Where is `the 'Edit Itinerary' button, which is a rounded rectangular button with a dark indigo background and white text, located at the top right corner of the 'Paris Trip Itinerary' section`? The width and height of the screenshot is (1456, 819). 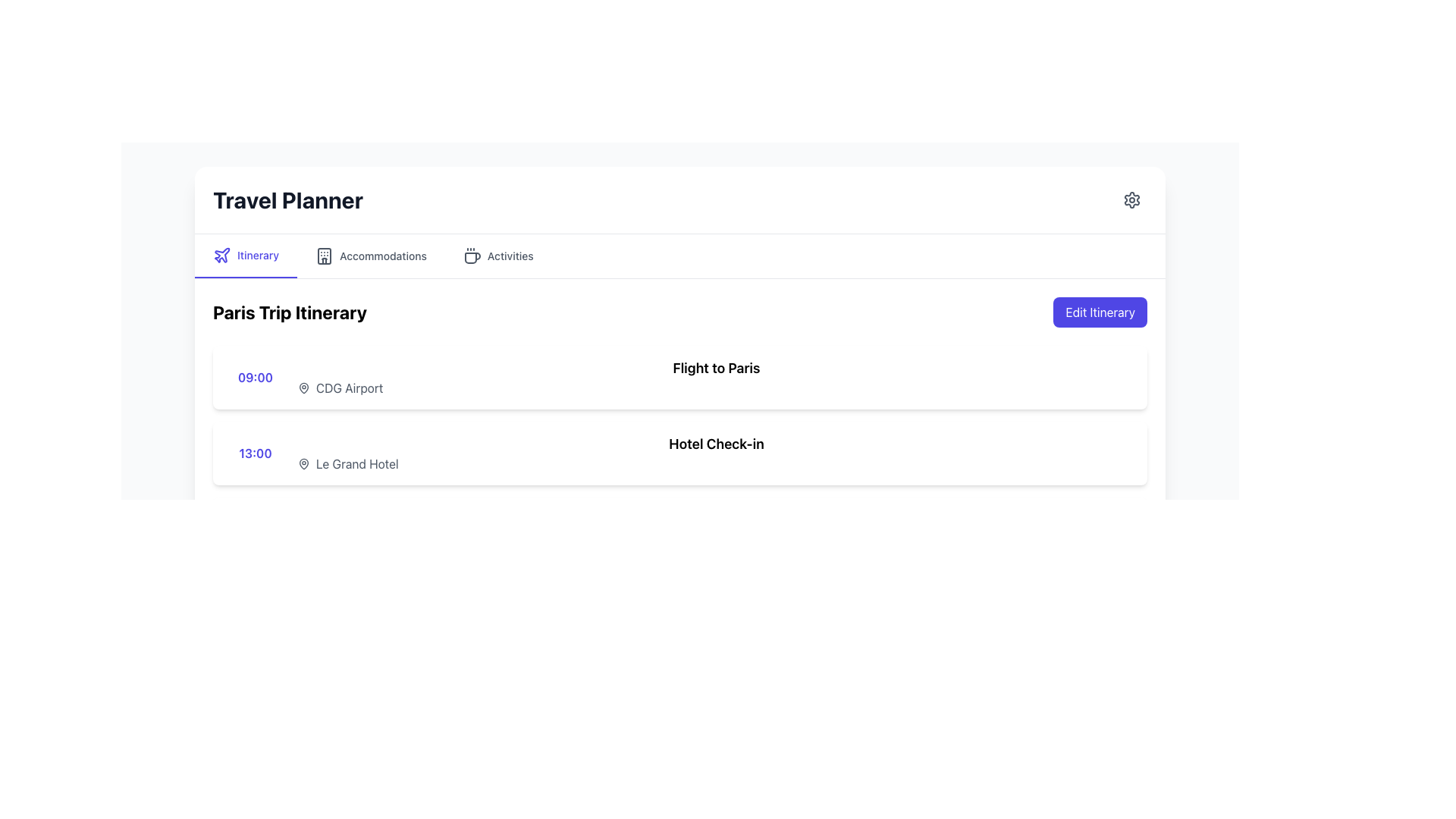 the 'Edit Itinerary' button, which is a rounded rectangular button with a dark indigo background and white text, located at the top right corner of the 'Paris Trip Itinerary' section is located at coordinates (1100, 312).